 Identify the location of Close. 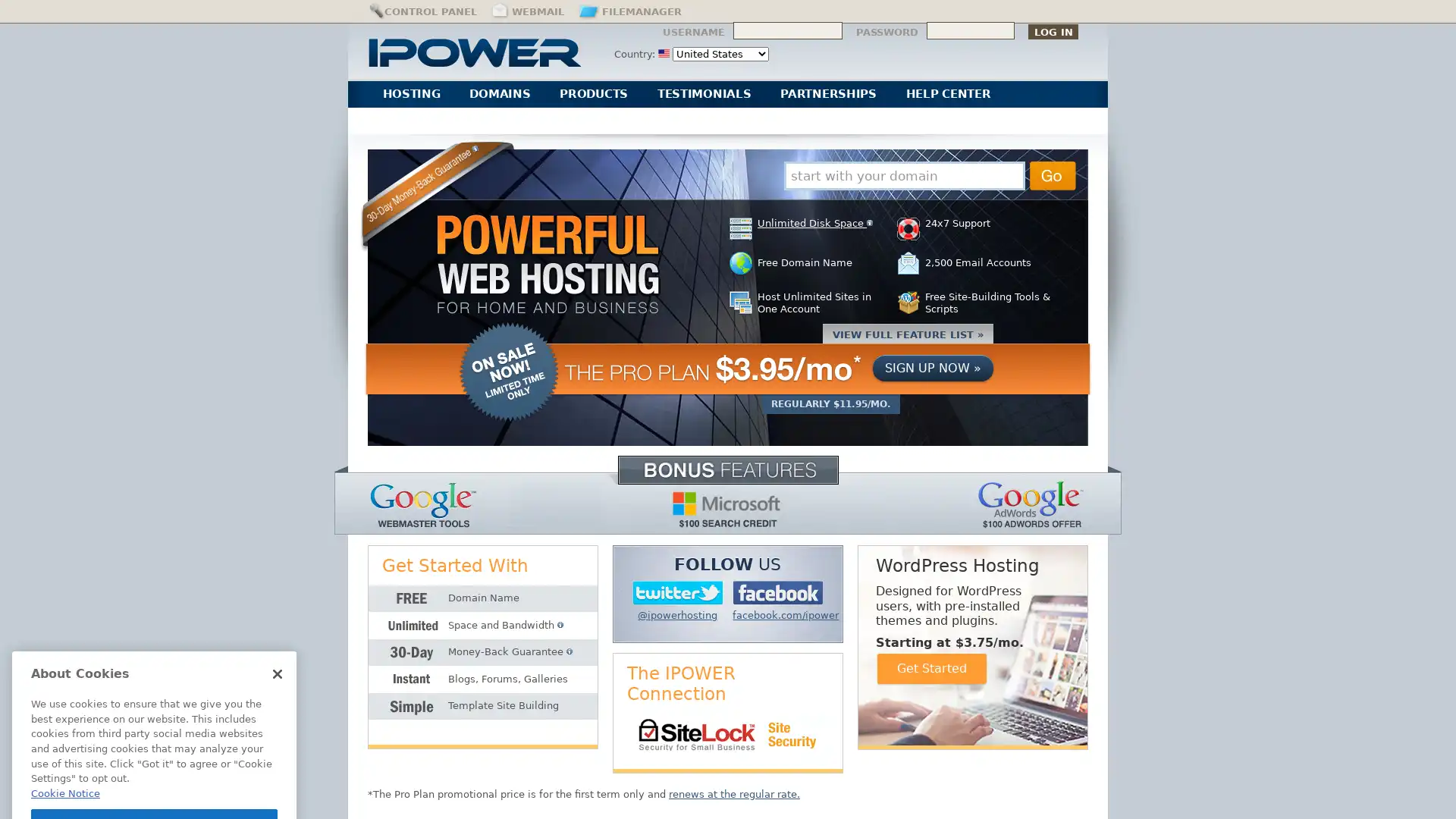
(277, 568).